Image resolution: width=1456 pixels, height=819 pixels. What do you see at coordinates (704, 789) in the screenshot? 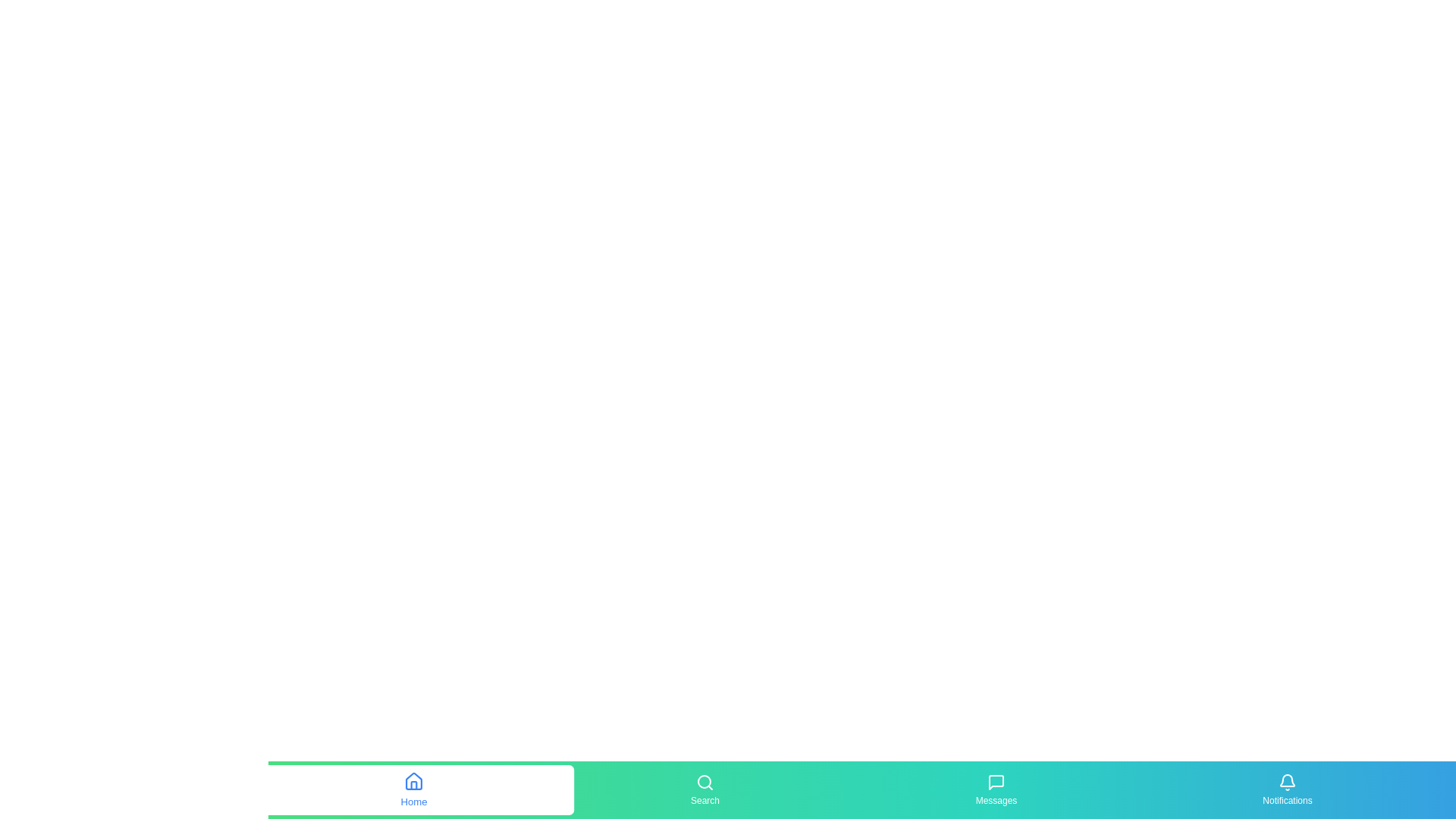
I see `the Search tab by clicking the corresponding button` at bounding box center [704, 789].